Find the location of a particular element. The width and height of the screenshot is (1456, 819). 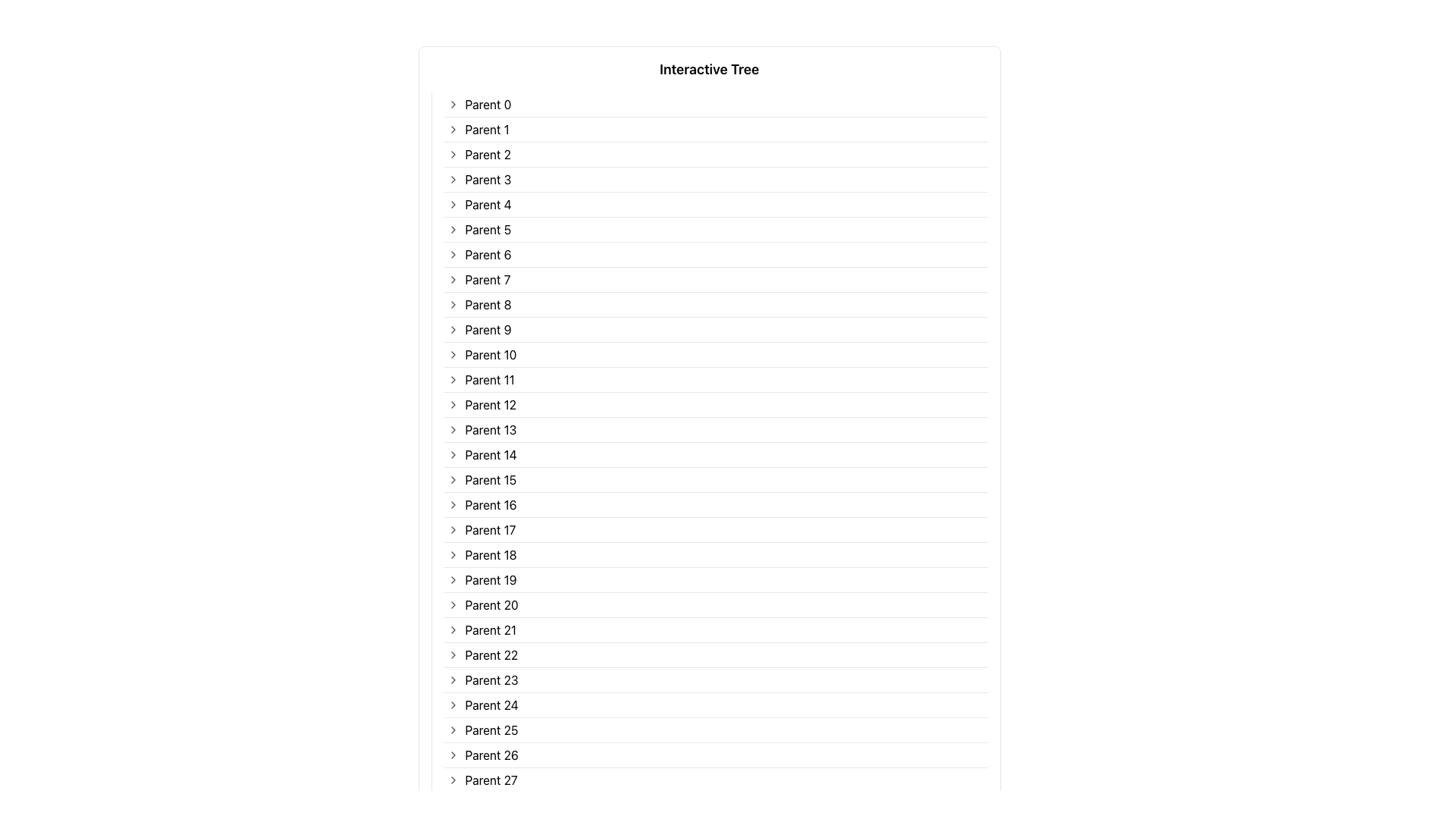

the List item located at the 21st position in the vertical interactive tree layout is located at coordinates (715, 604).